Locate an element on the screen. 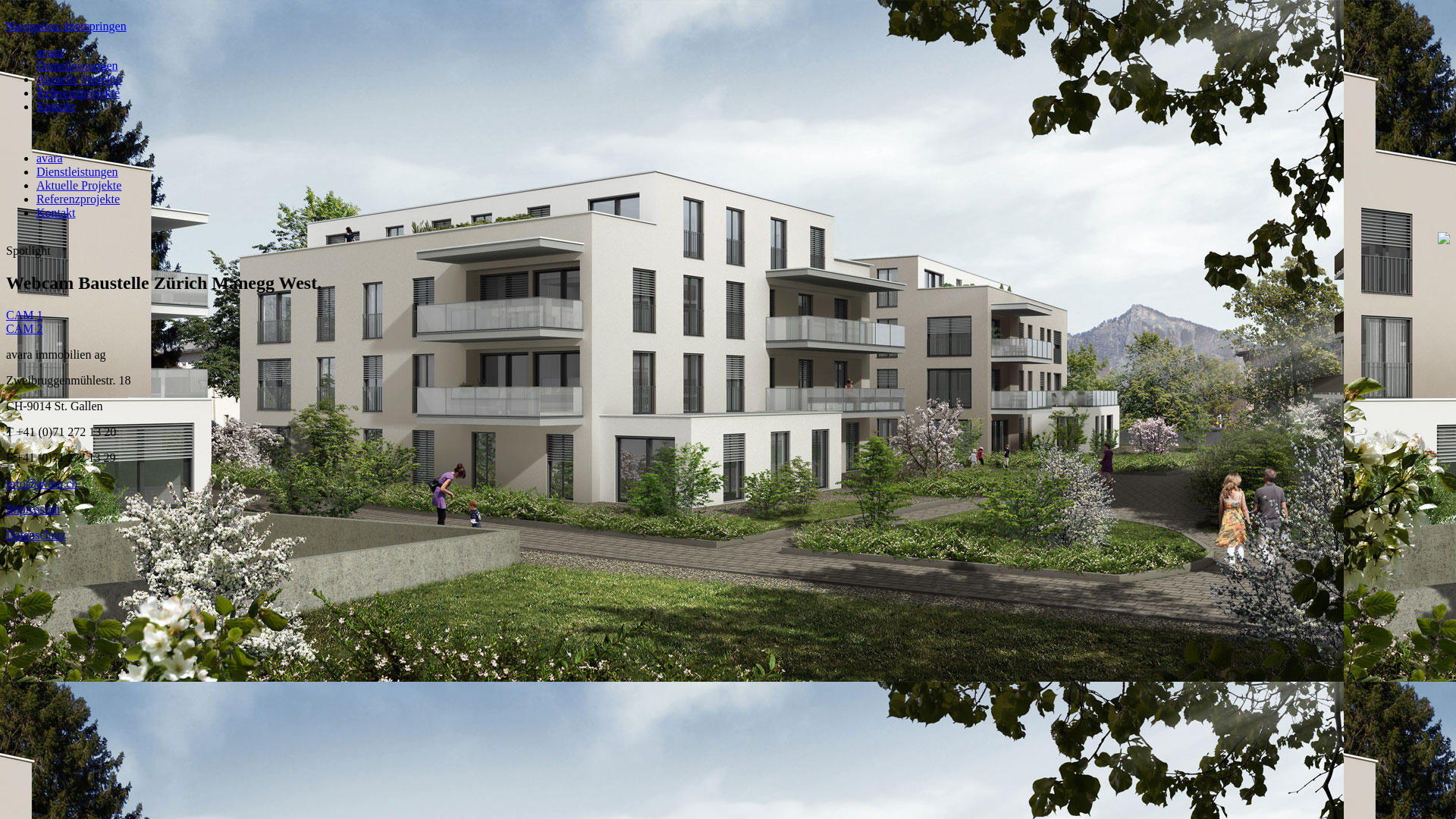 Image resolution: width=1456 pixels, height=819 pixels. 'info@avara.ch' is located at coordinates (41, 483).